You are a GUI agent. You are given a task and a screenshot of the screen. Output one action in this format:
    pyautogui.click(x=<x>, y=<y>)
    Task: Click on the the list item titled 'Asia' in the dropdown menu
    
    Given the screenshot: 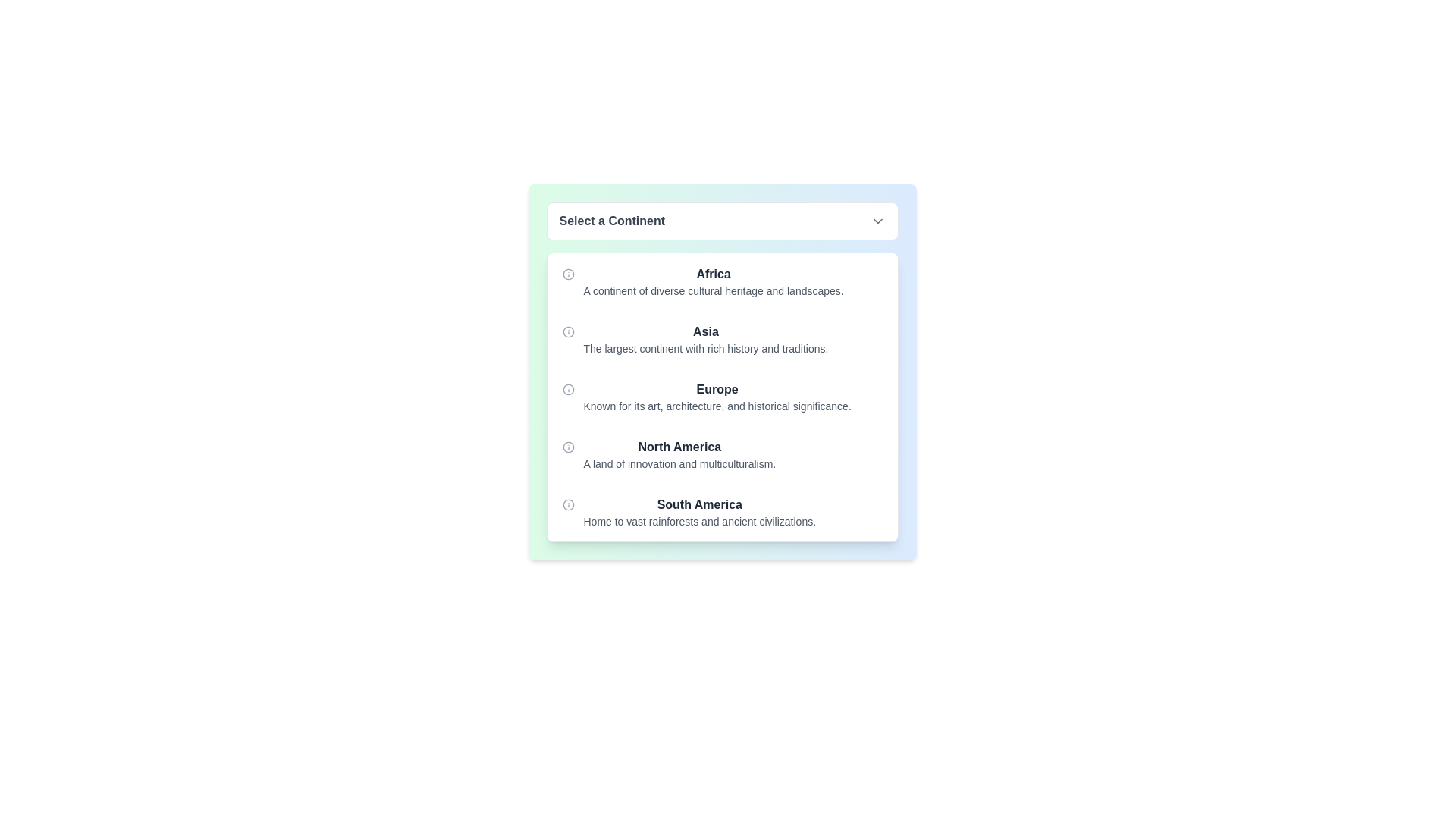 What is the action you would take?
    pyautogui.click(x=705, y=338)
    